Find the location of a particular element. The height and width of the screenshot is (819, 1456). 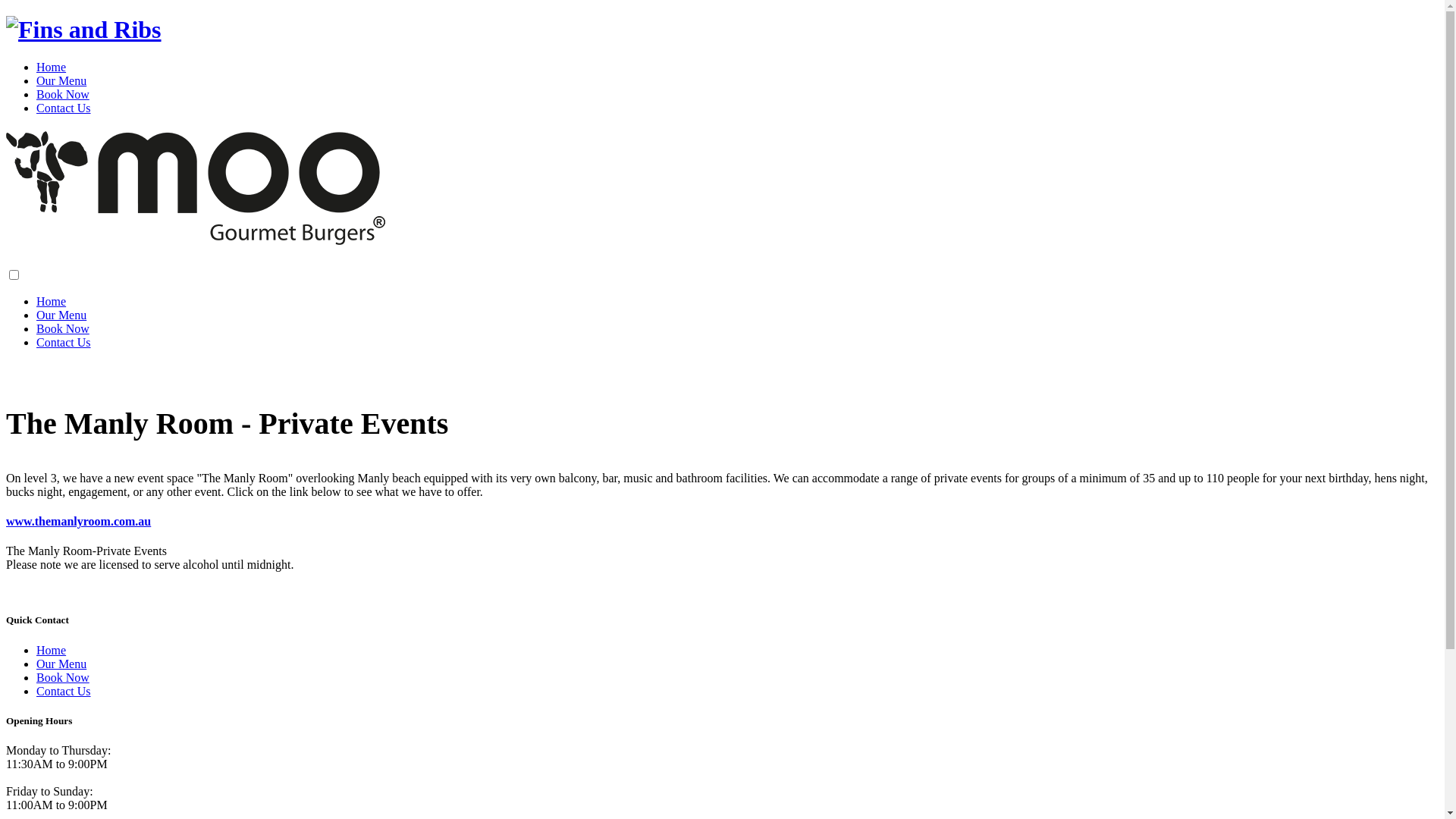

'Our Menu' is located at coordinates (61, 314).